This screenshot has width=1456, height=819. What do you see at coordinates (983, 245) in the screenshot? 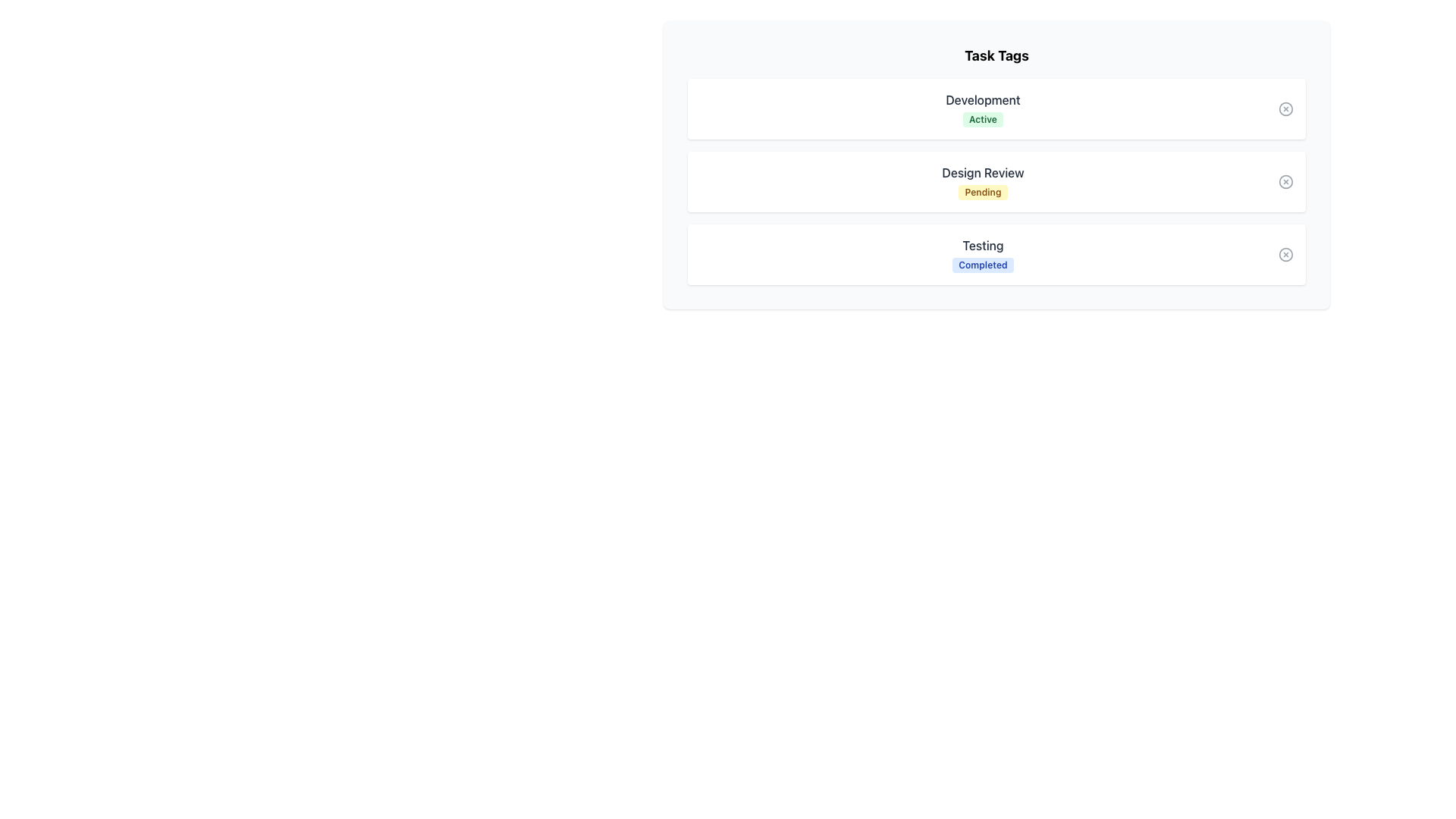
I see `the Text Label that defines the task 'Testing' within the Task Tags section by moving the cursor to its center point` at bounding box center [983, 245].